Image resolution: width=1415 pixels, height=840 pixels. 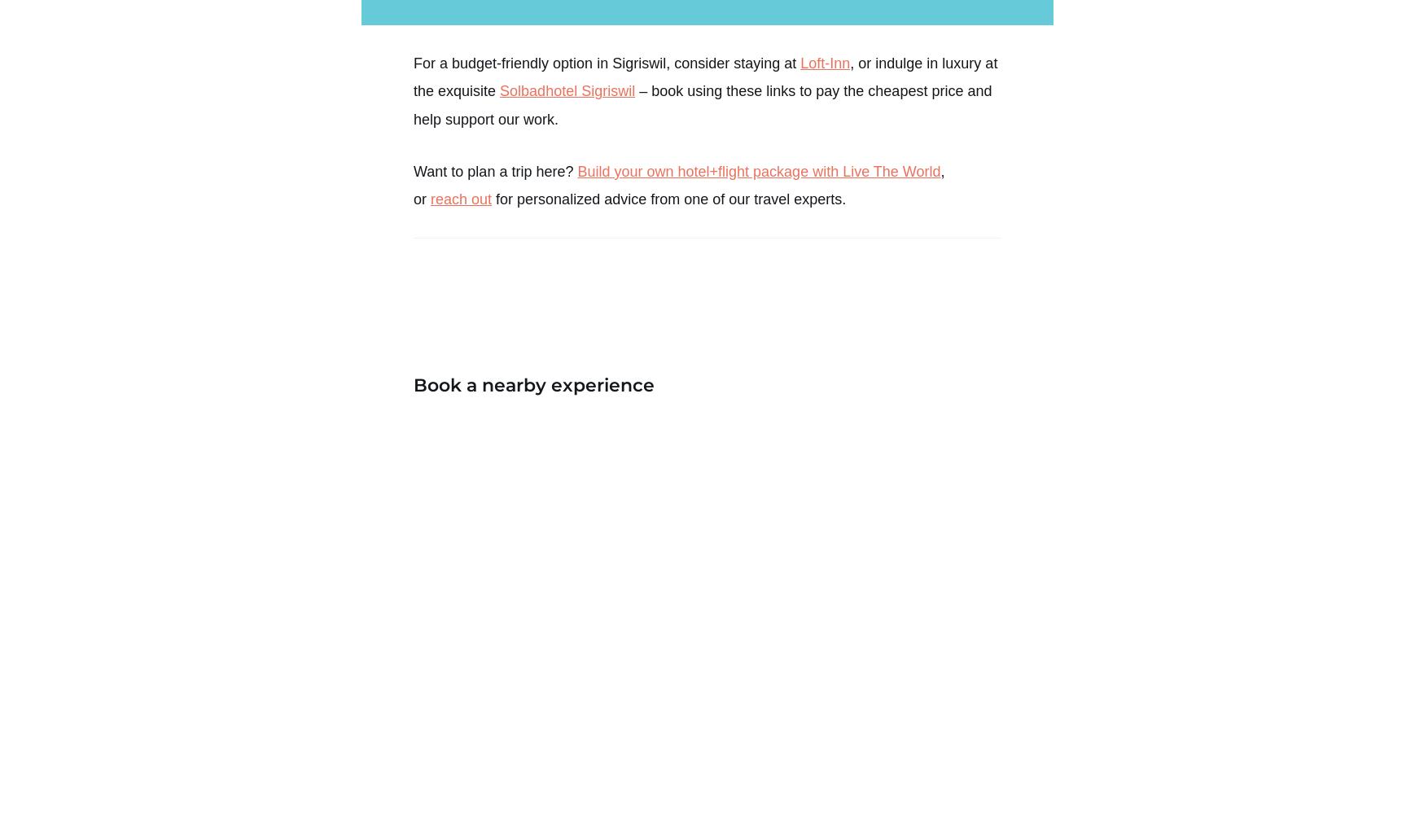 I want to click on 'Want to plan a trip here?', so click(x=414, y=170).